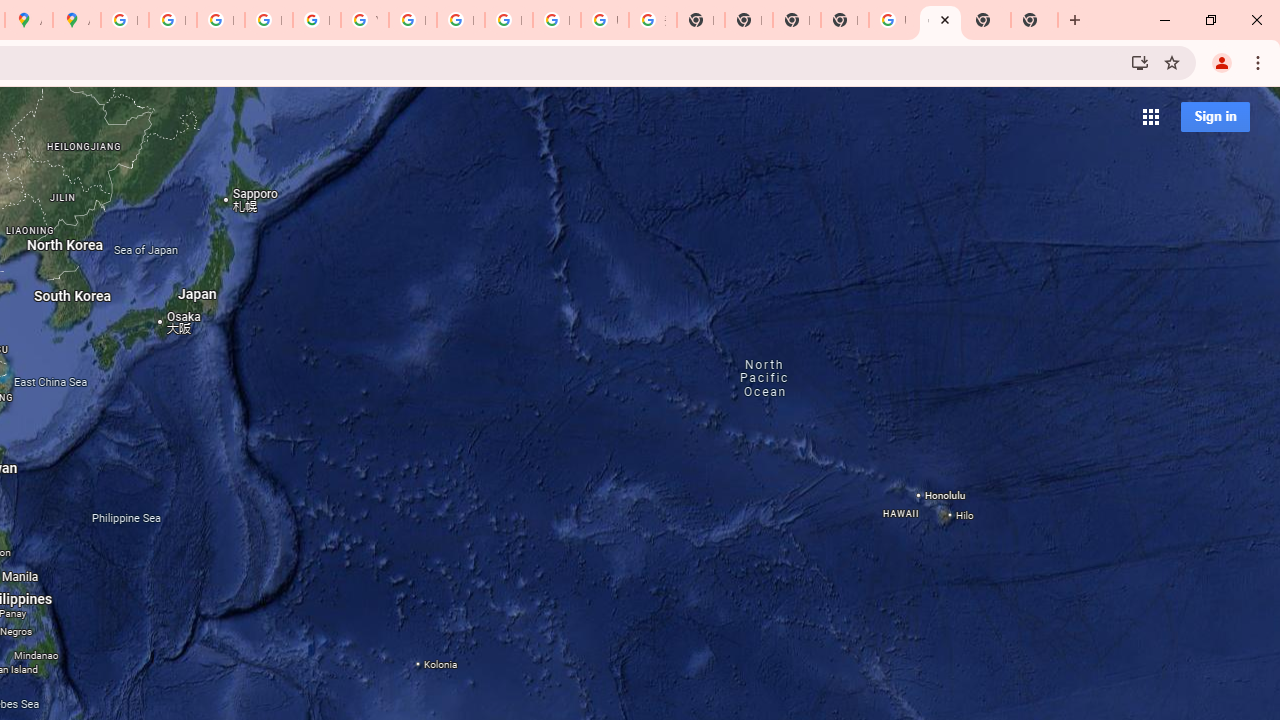 This screenshot has height=720, width=1280. Describe the element at coordinates (1214, 116) in the screenshot. I see `'Sign in'` at that location.